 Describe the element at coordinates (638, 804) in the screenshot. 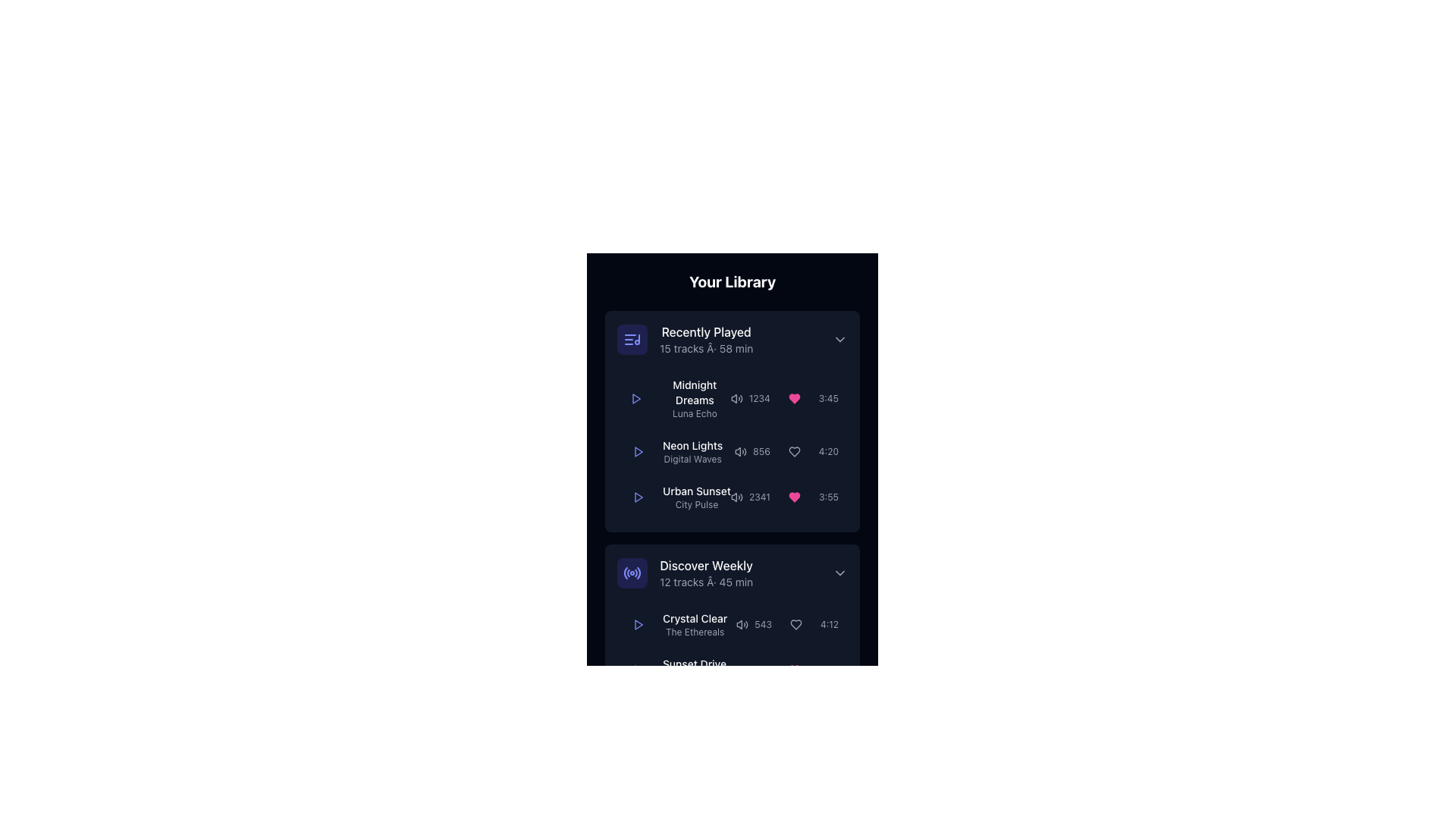

I see `the play button located towards the left of the interface, which is used to initiate playback of audio or video content related to 'Ocean Breeze' and 'Wave Makers'` at that location.